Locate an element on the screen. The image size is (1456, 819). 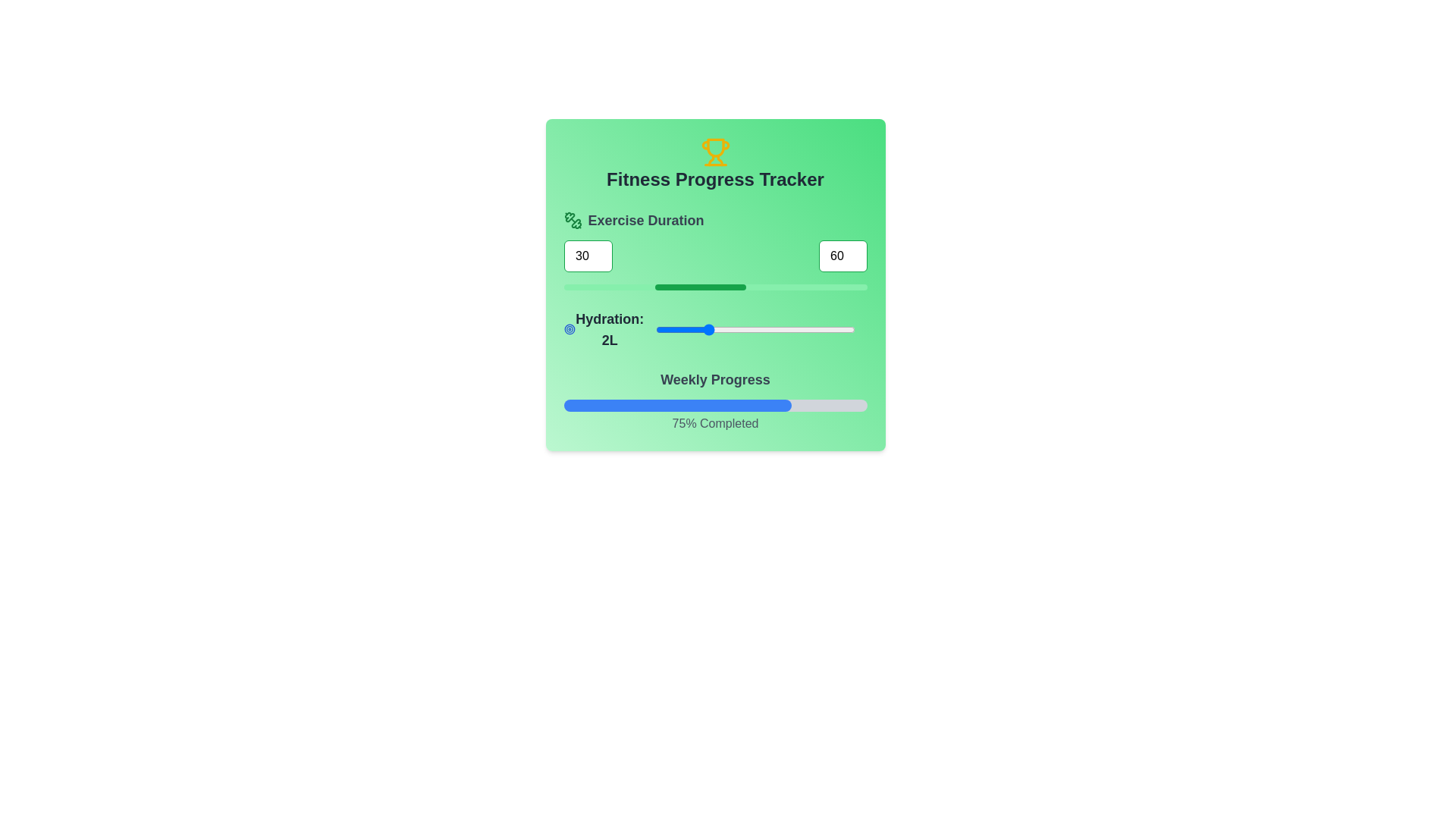
the hydration level is located at coordinates (656, 329).